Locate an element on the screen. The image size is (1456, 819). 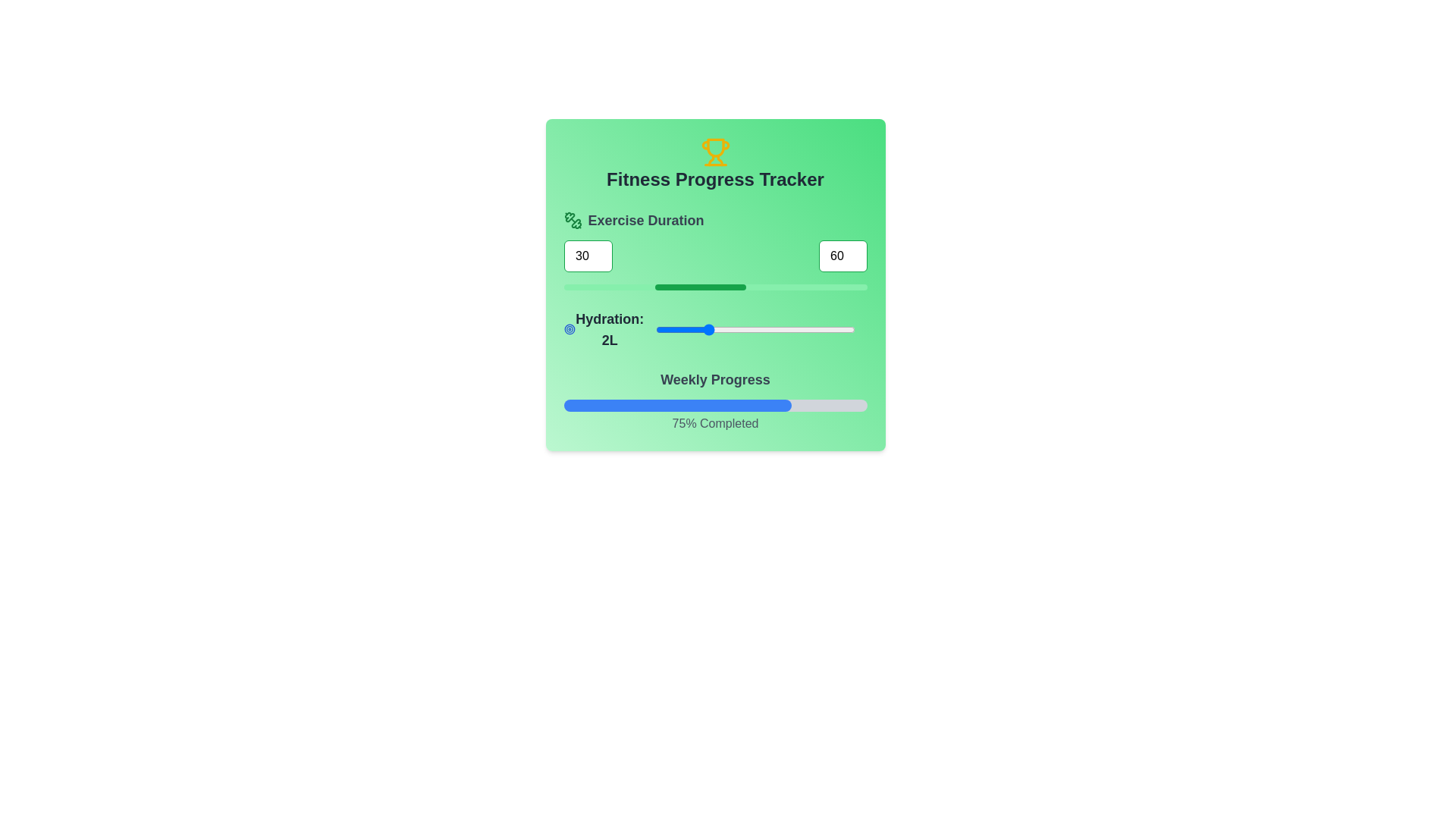
the hydration level is located at coordinates (656, 329).